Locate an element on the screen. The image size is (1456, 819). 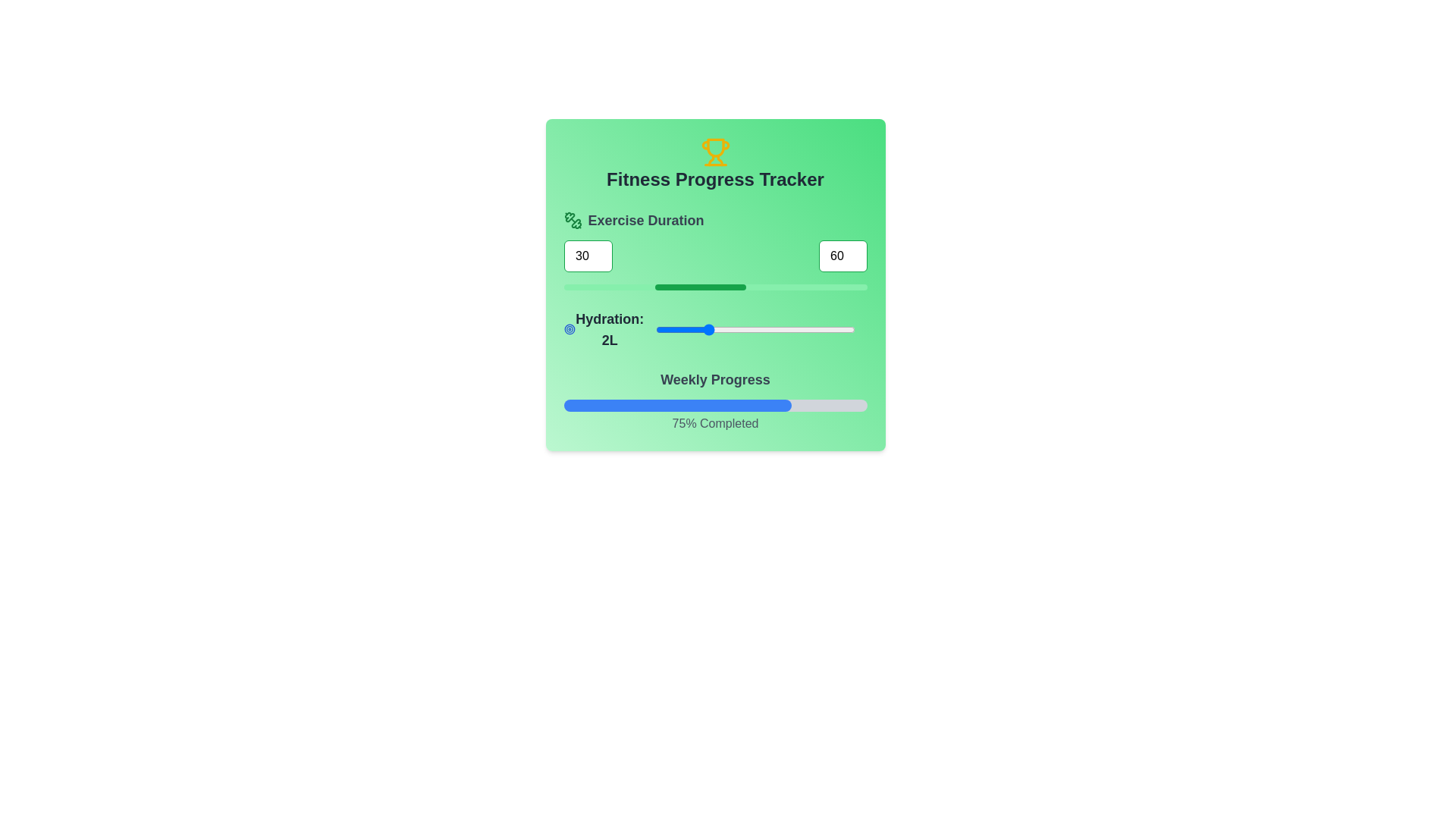
the hydration level is located at coordinates (656, 329).